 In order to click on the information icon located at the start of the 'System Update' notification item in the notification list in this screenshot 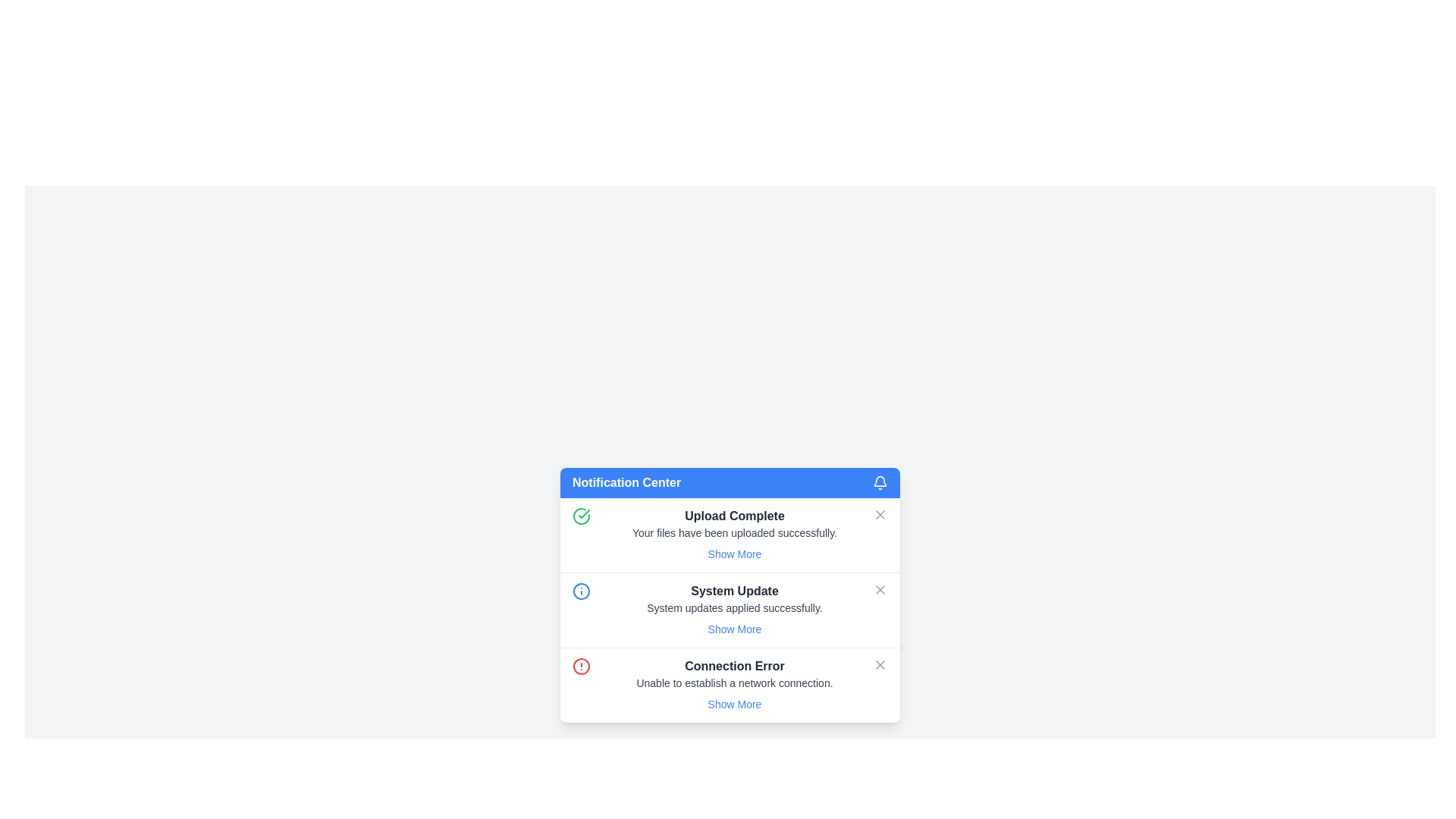, I will do `click(581, 590)`.